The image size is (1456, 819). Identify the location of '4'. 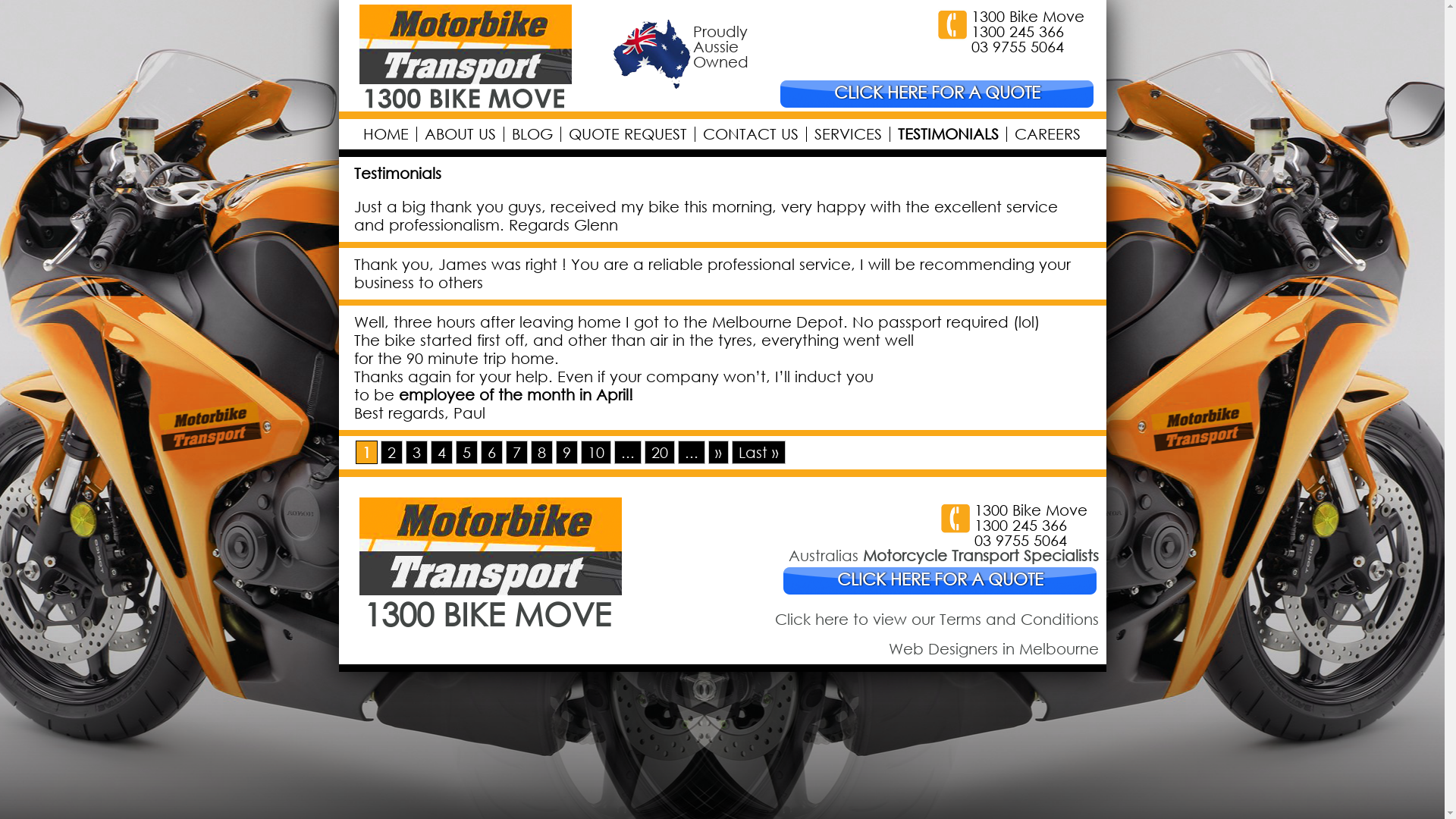
(441, 451).